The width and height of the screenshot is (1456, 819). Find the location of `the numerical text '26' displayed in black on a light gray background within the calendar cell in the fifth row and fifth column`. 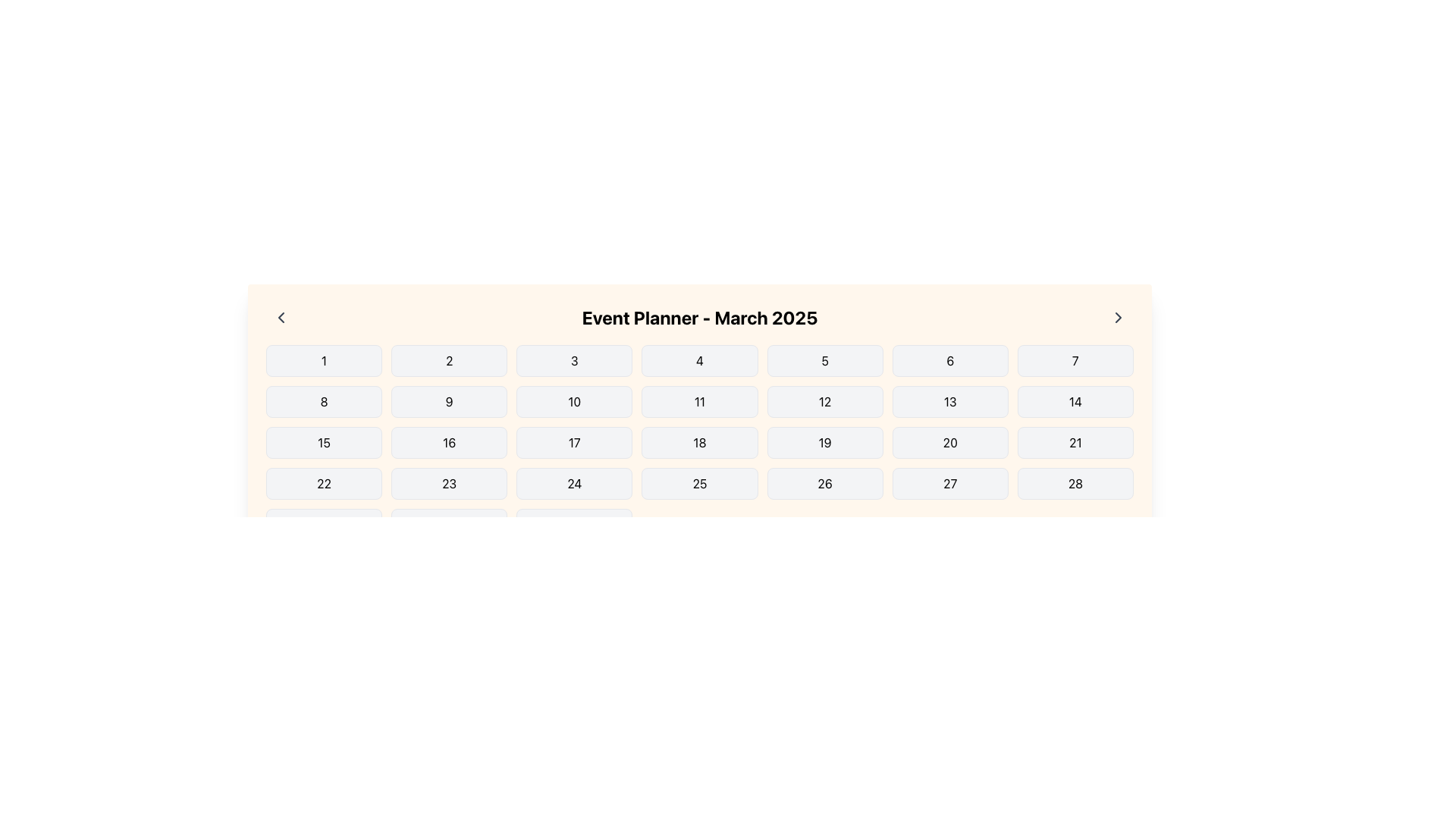

the numerical text '26' displayed in black on a light gray background within the calendar cell in the fifth row and fifth column is located at coordinates (824, 483).